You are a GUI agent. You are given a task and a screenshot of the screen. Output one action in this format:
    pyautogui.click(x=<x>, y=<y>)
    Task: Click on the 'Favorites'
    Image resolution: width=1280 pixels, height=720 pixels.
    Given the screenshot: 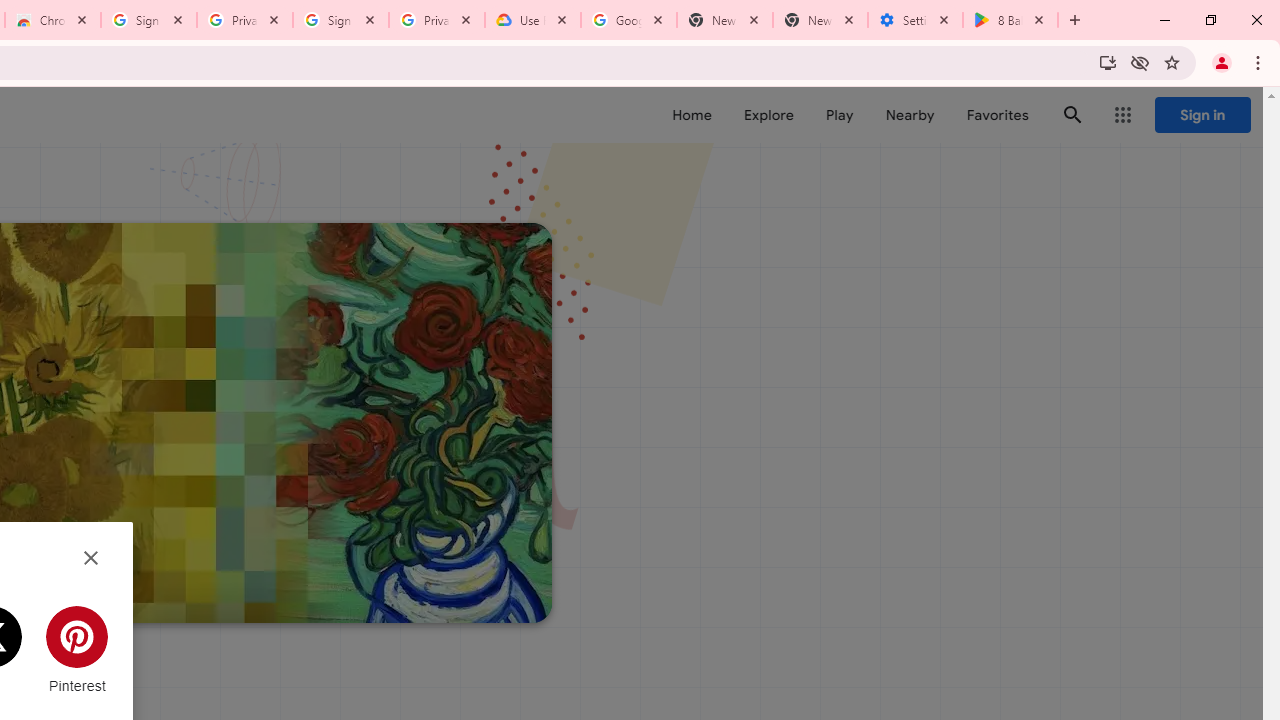 What is the action you would take?
    pyautogui.click(x=997, y=115)
    